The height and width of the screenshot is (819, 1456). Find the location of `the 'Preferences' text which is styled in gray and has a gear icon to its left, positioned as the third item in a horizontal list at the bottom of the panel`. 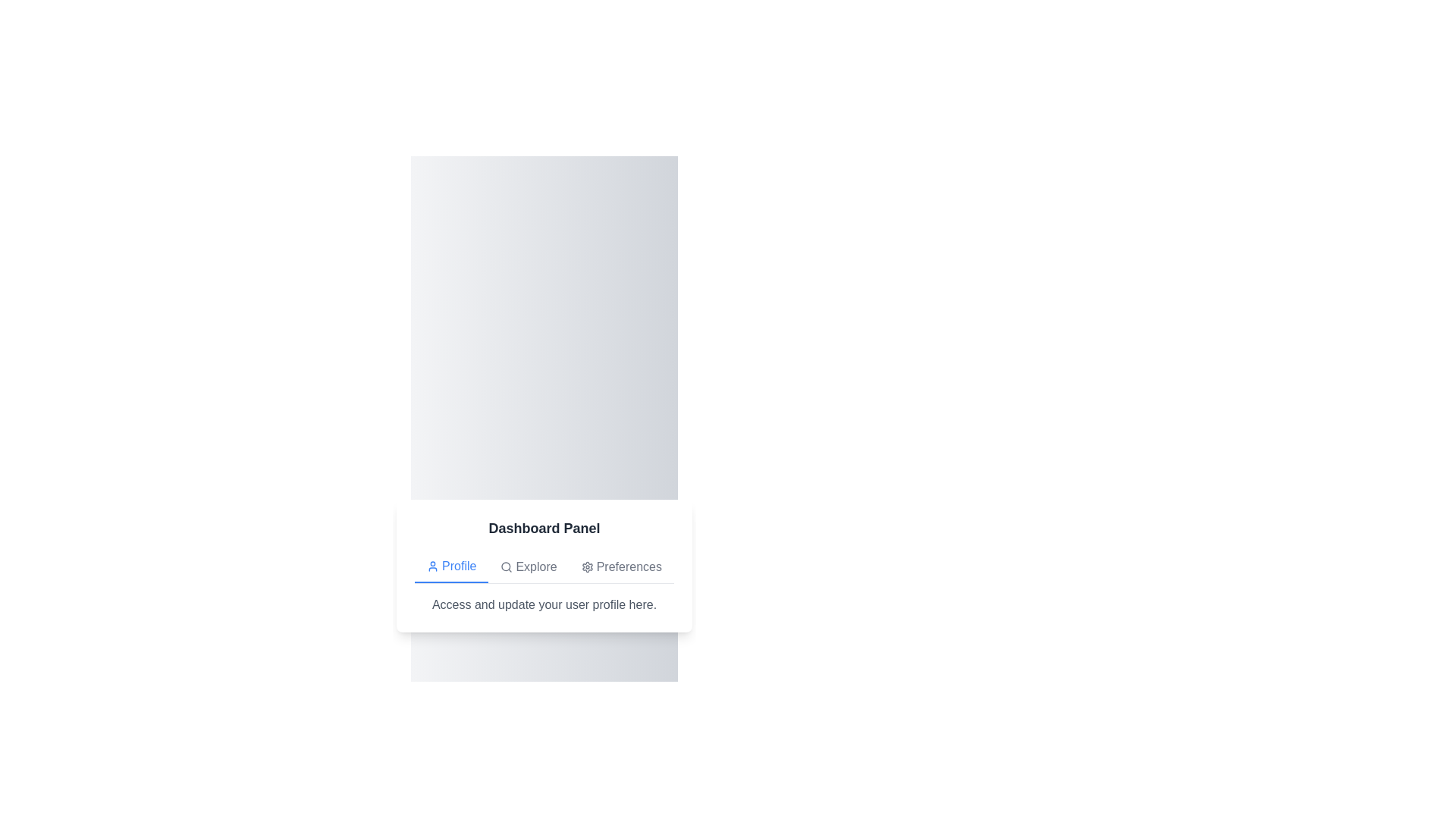

the 'Preferences' text which is styled in gray and has a gear icon to its left, positioned as the third item in a horizontal list at the bottom of the panel is located at coordinates (621, 566).